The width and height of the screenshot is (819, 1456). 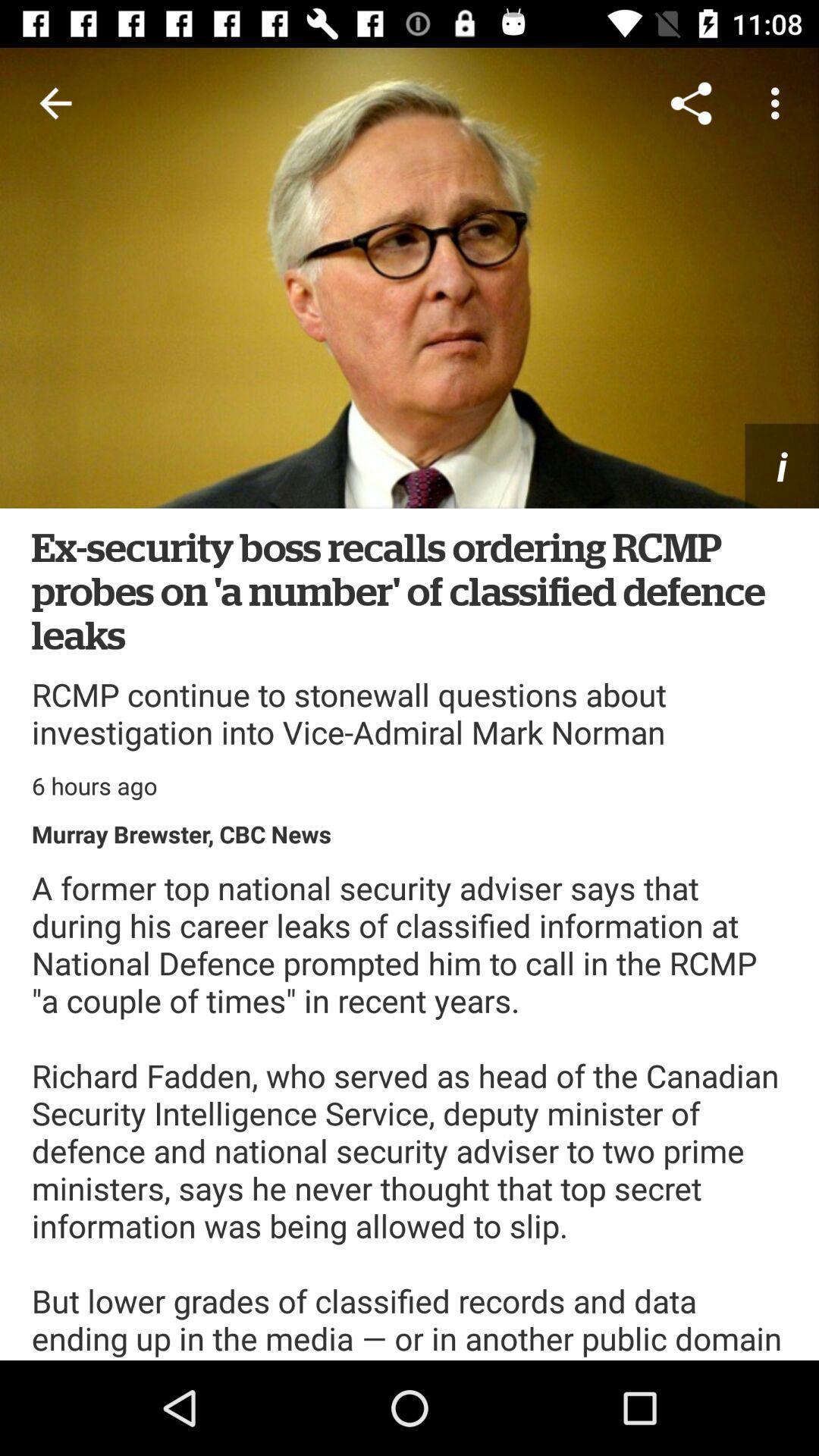 I want to click on the icon above rcmp continue to item, so click(x=409, y=589).